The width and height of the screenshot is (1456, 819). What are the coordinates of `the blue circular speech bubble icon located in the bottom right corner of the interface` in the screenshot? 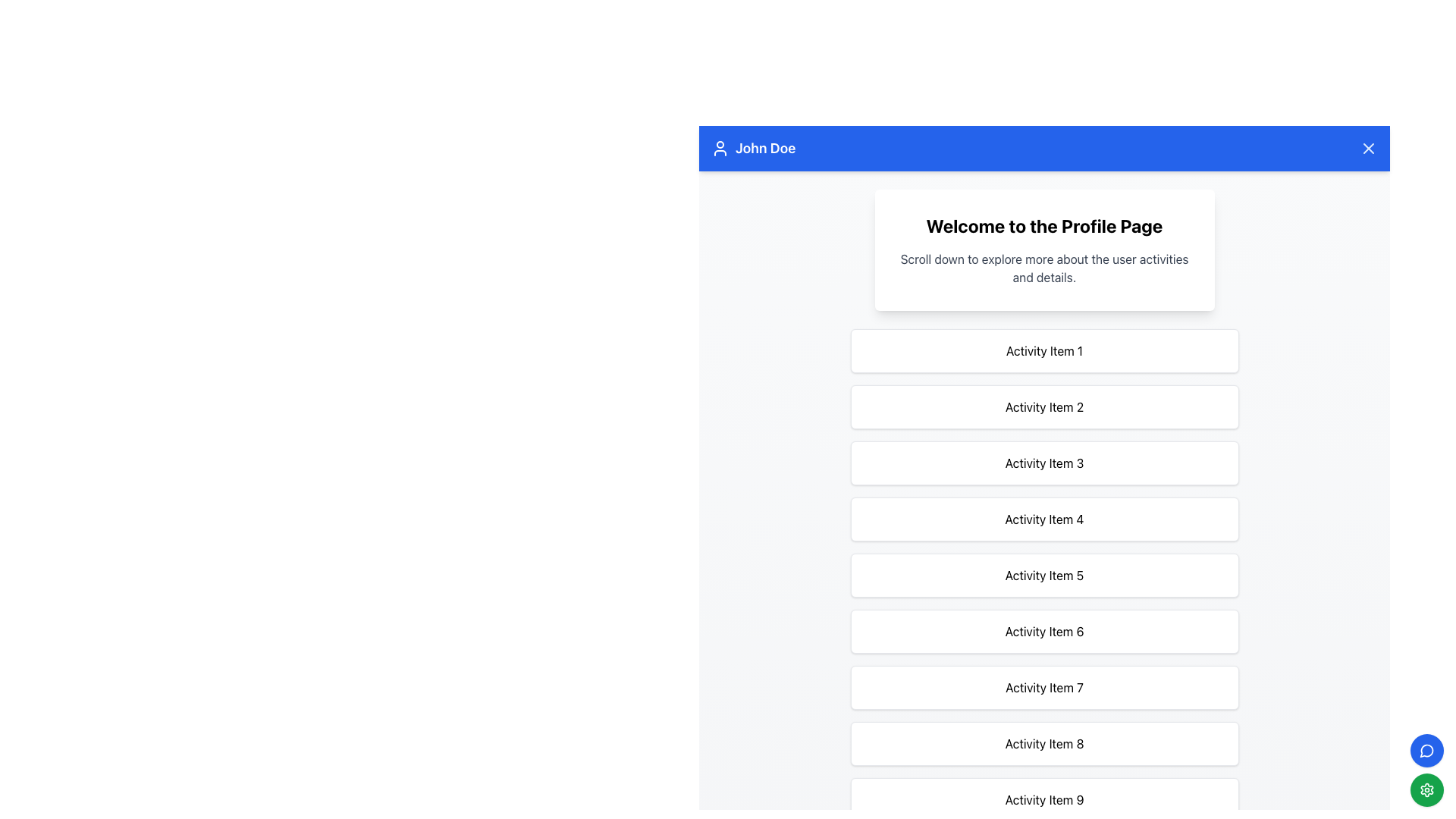 It's located at (1426, 751).